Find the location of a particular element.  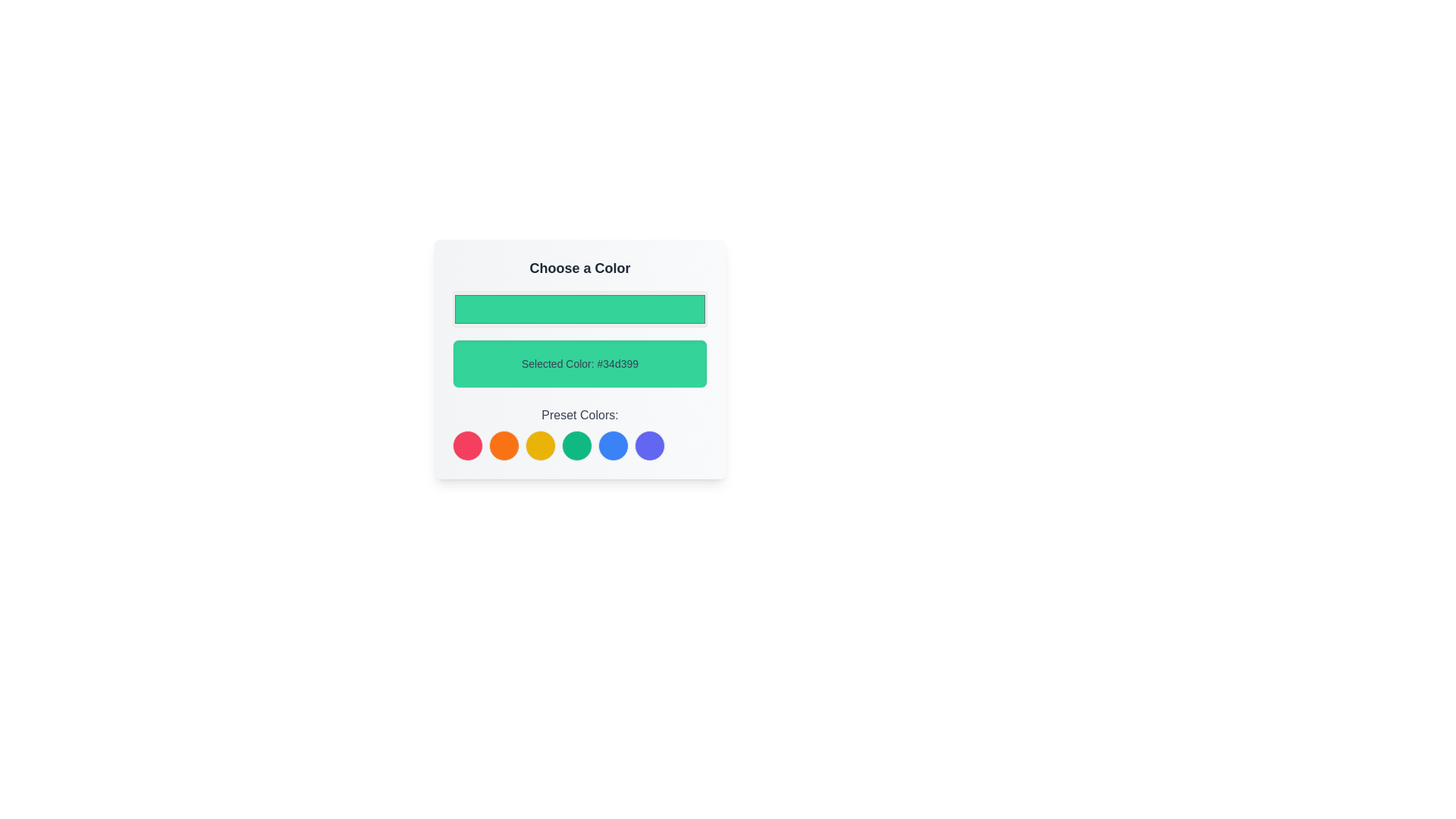

the fourth circular button with a green background is located at coordinates (576, 444).